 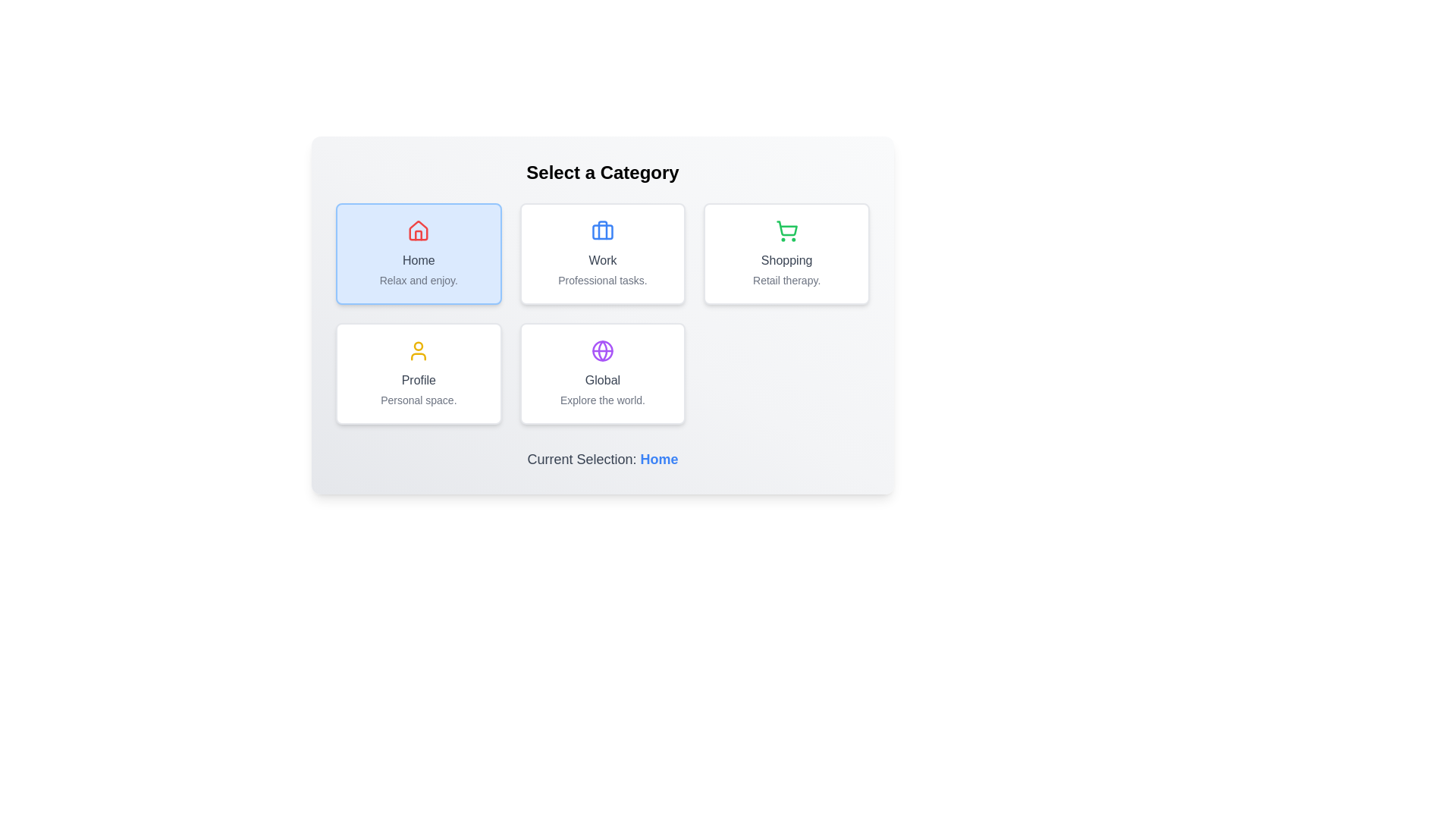 I want to click on the category button corresponding to Work, so click(x=602, y=253).